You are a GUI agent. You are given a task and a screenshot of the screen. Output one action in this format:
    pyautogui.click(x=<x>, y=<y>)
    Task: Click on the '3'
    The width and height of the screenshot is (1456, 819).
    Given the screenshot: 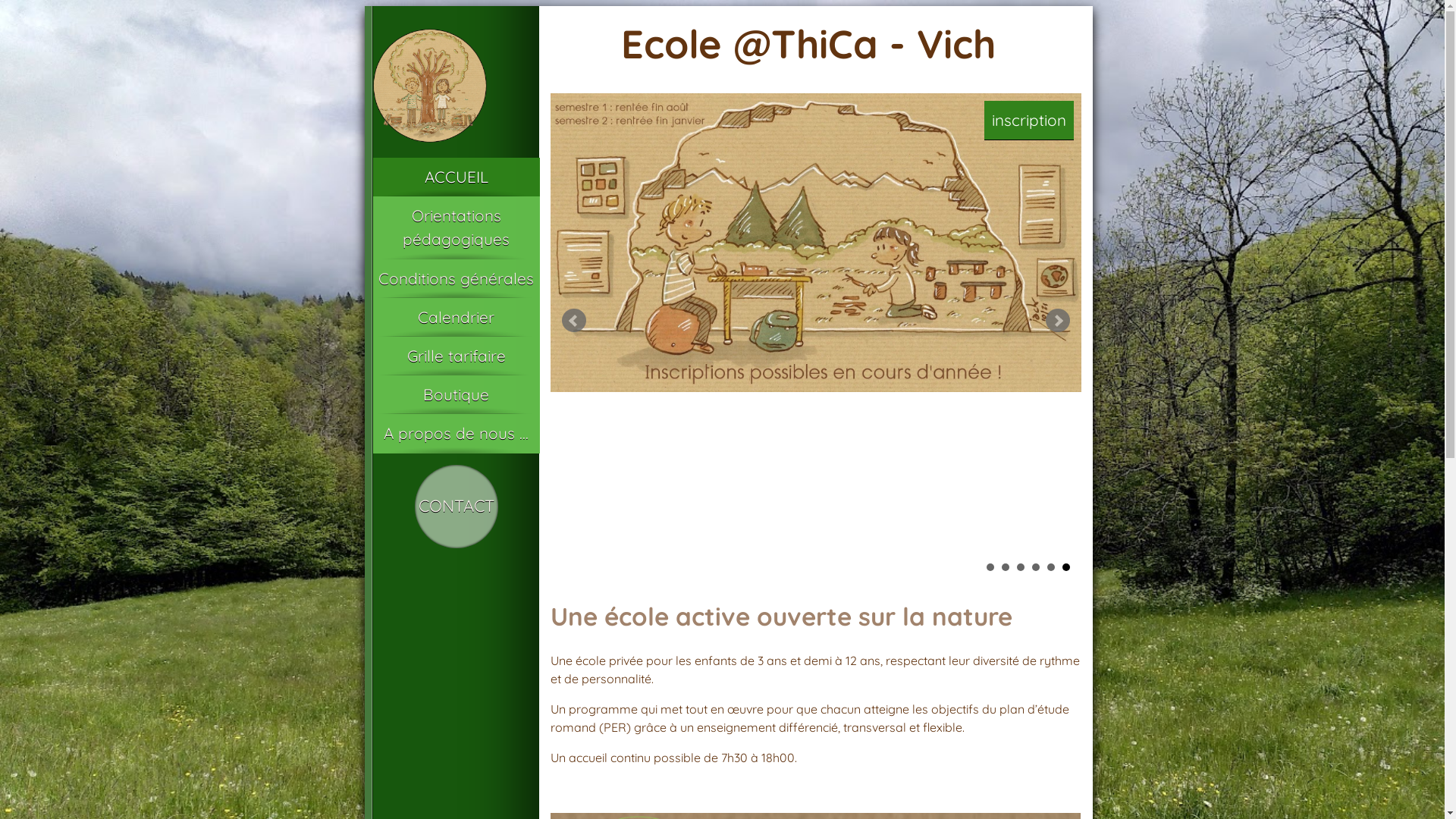 What is the action you would take?
    pyautogui.click(x=1019, y=567)
    